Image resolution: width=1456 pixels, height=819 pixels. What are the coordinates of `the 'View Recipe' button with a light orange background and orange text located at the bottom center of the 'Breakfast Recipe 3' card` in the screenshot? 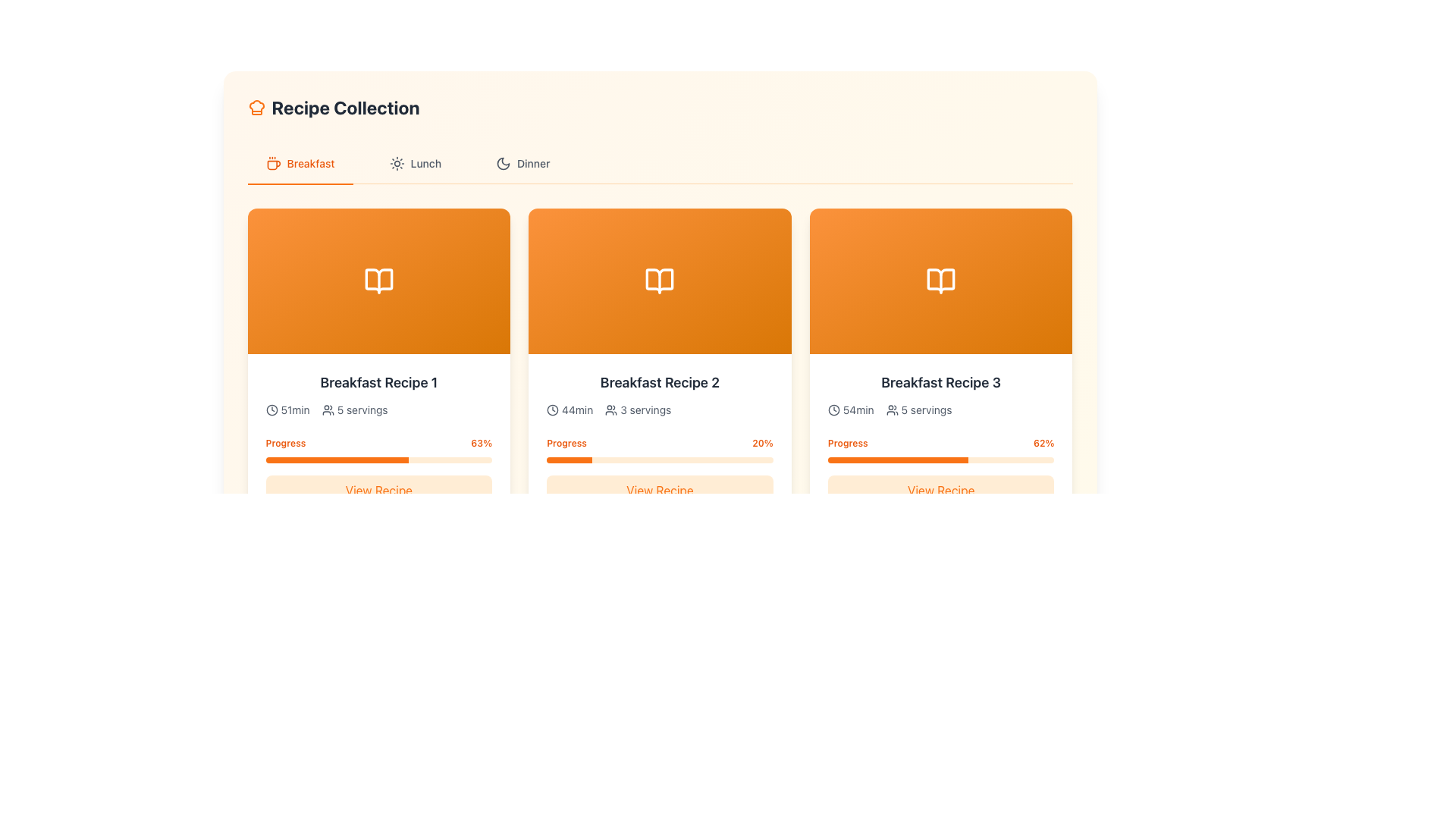 It's located at (940, 491).